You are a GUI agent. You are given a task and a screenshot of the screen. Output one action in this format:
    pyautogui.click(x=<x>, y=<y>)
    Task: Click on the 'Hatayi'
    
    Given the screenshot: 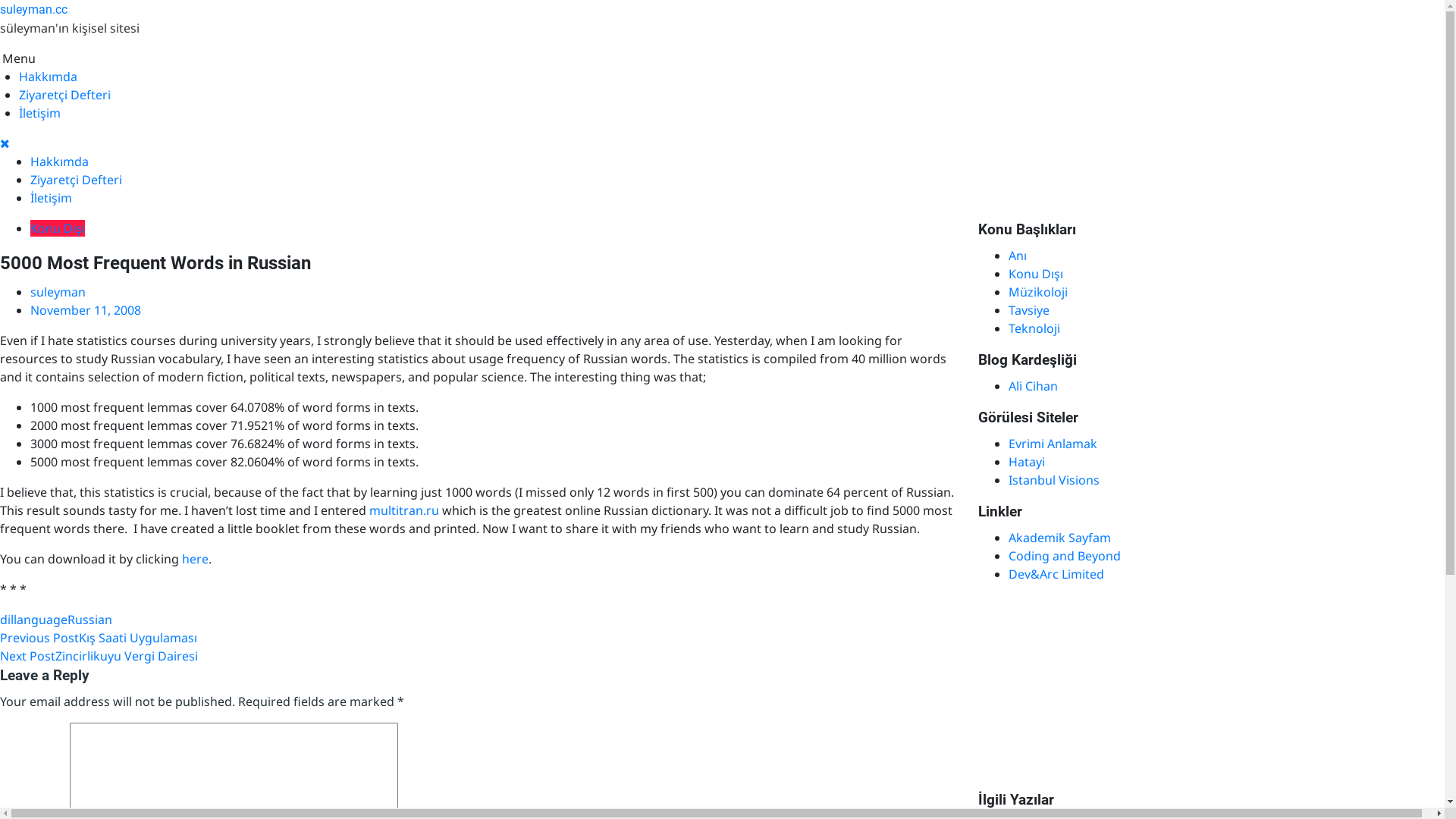 What is the action you would take?
    pyautogui.click(x=1026, y=461)
    